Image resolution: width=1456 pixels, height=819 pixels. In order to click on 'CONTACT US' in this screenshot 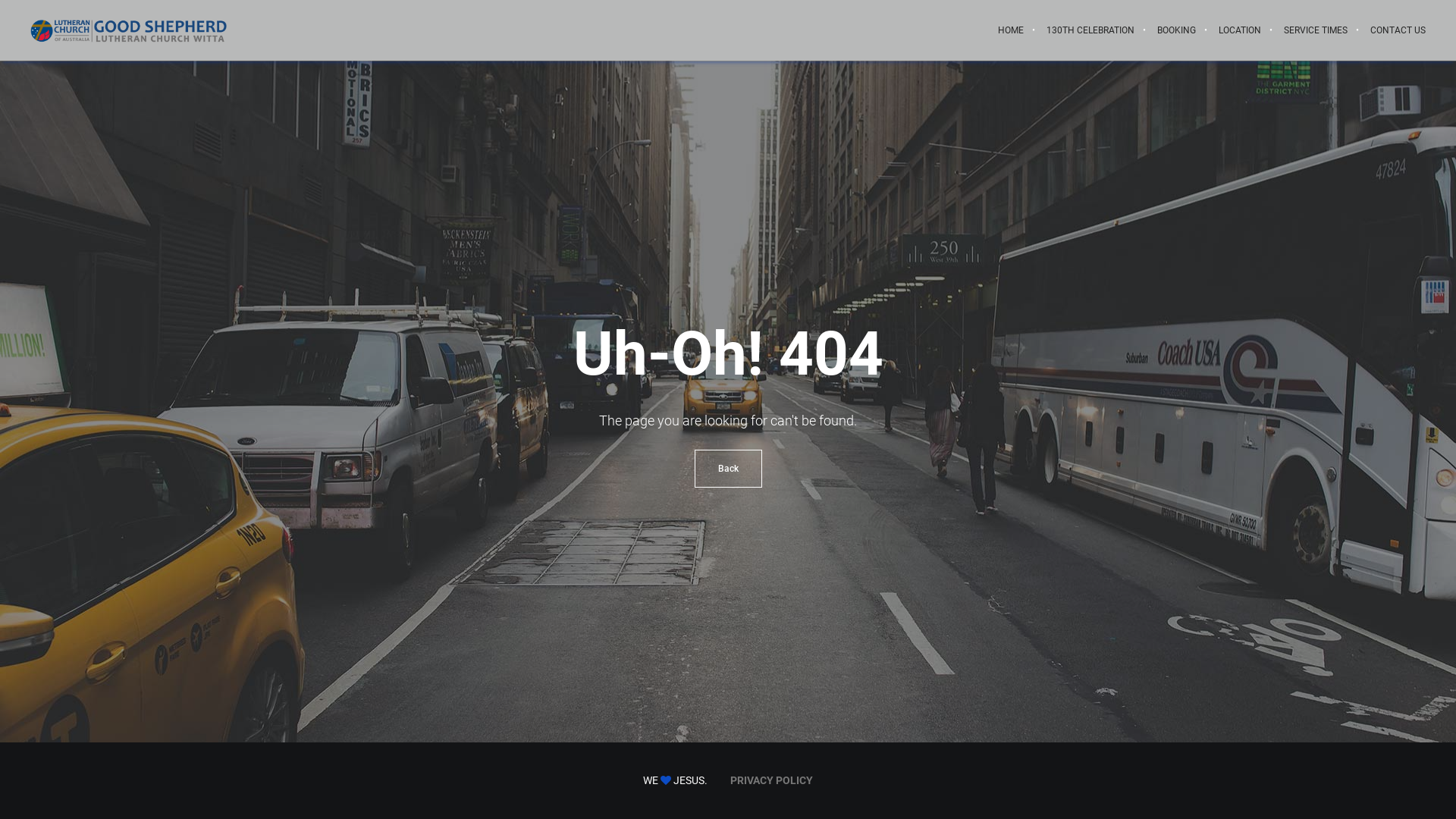, I will do `click(1358, 30)`.